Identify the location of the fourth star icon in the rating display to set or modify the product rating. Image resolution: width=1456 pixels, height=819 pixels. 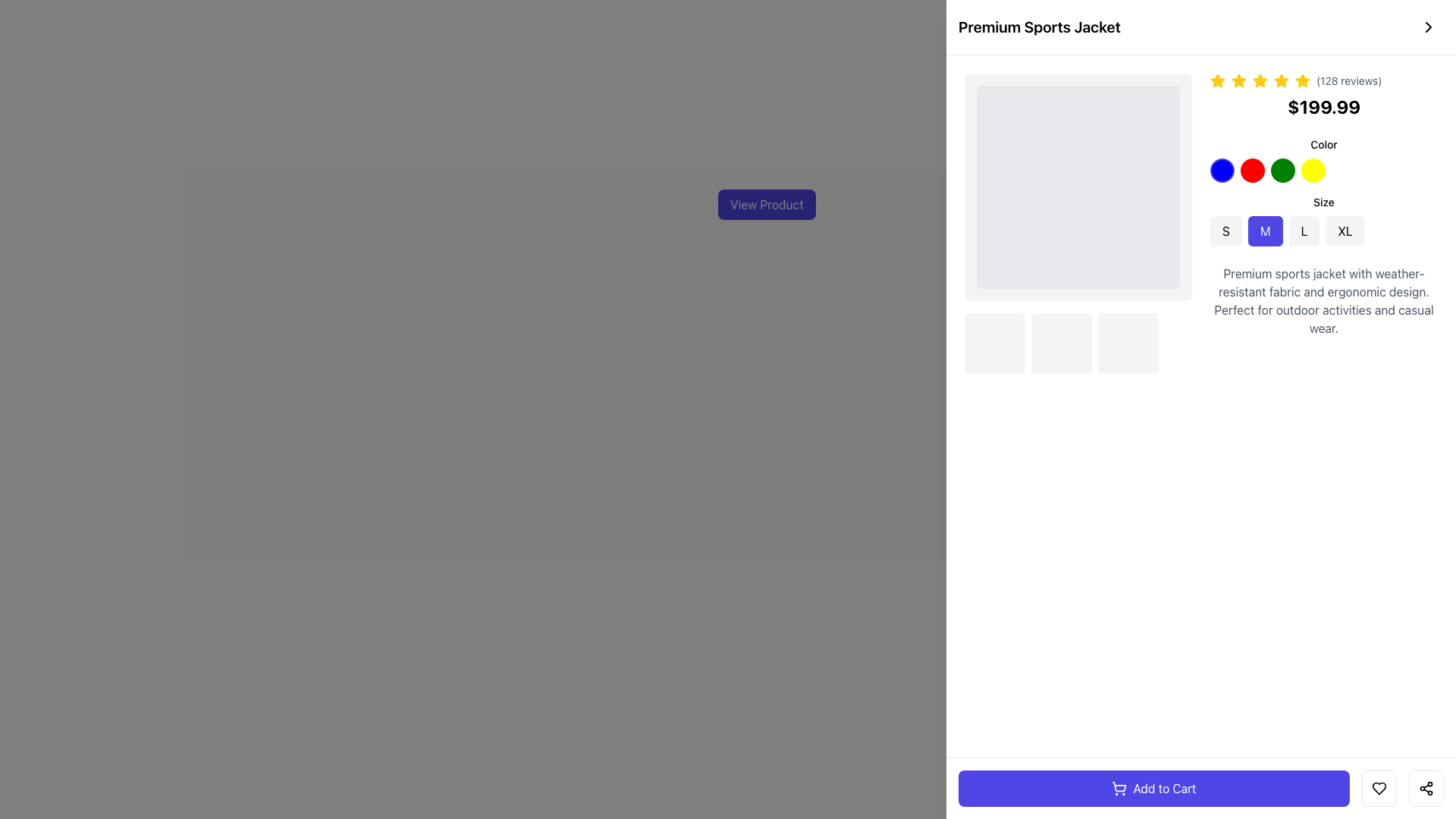
(1301, 80).